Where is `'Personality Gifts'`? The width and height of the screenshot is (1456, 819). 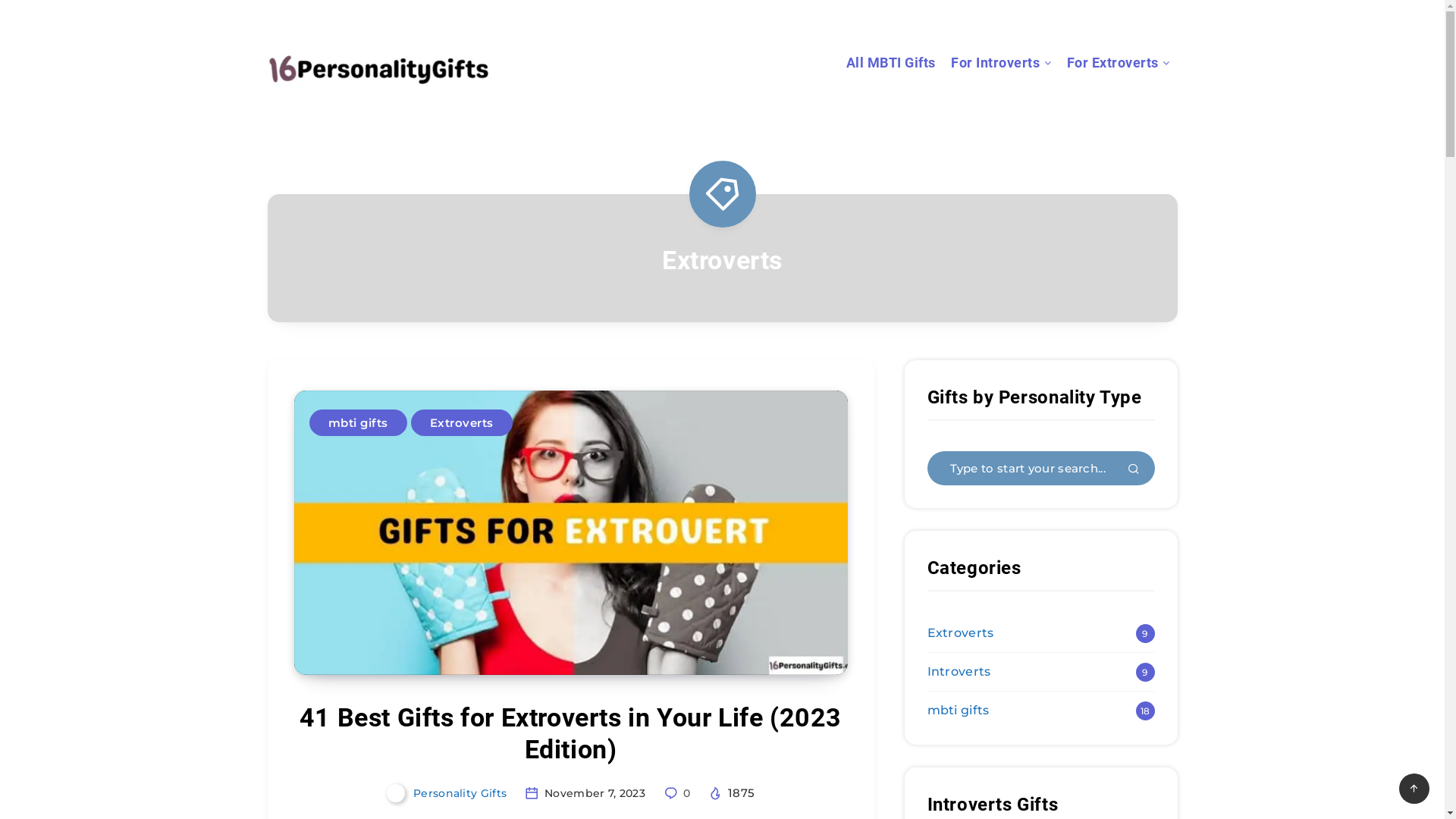
'Personality Gifts' is located at coordinates (386, 792).